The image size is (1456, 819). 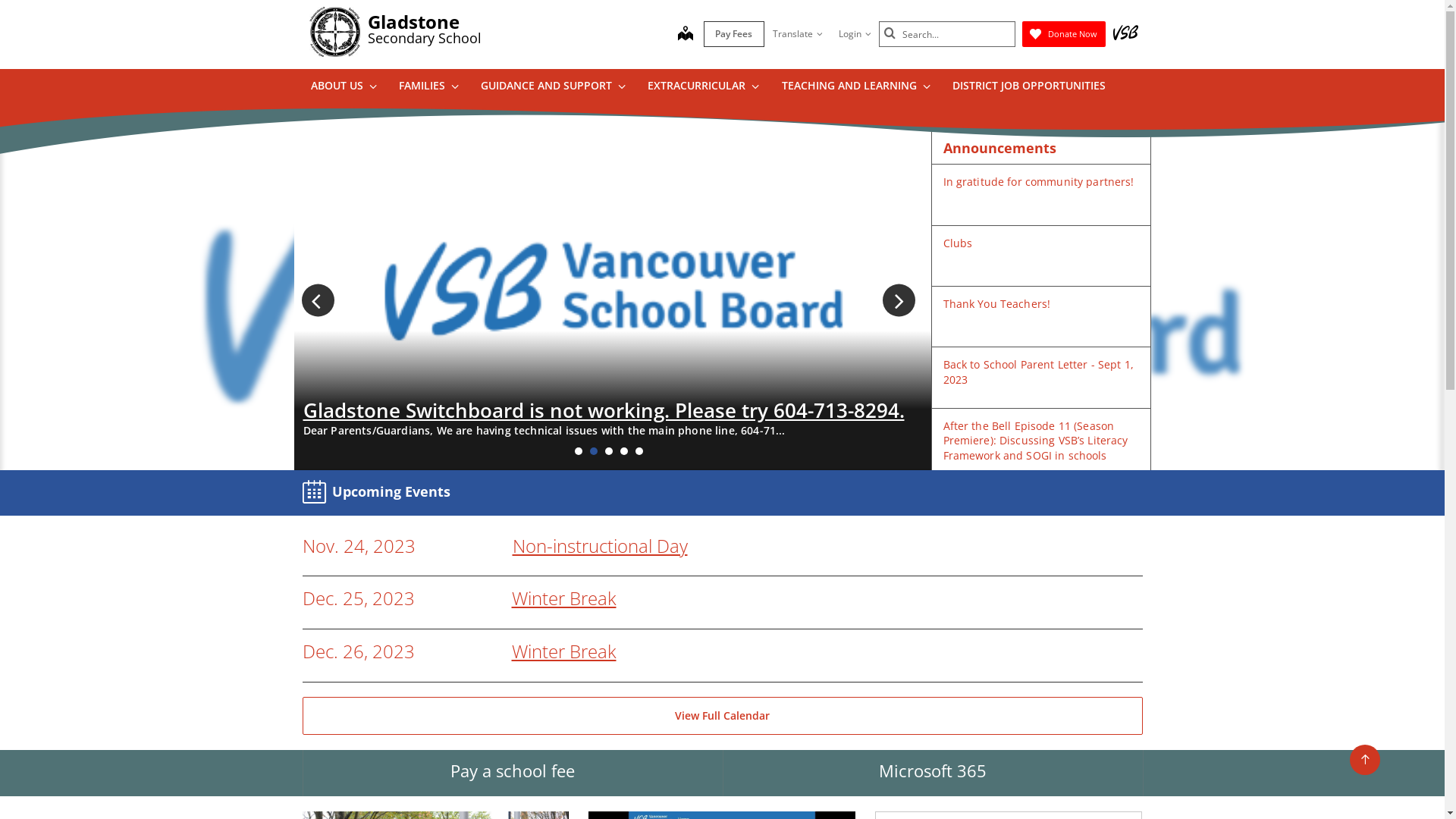 I want to click on 'Thank You Teachers!', so click(x=997, y=303).